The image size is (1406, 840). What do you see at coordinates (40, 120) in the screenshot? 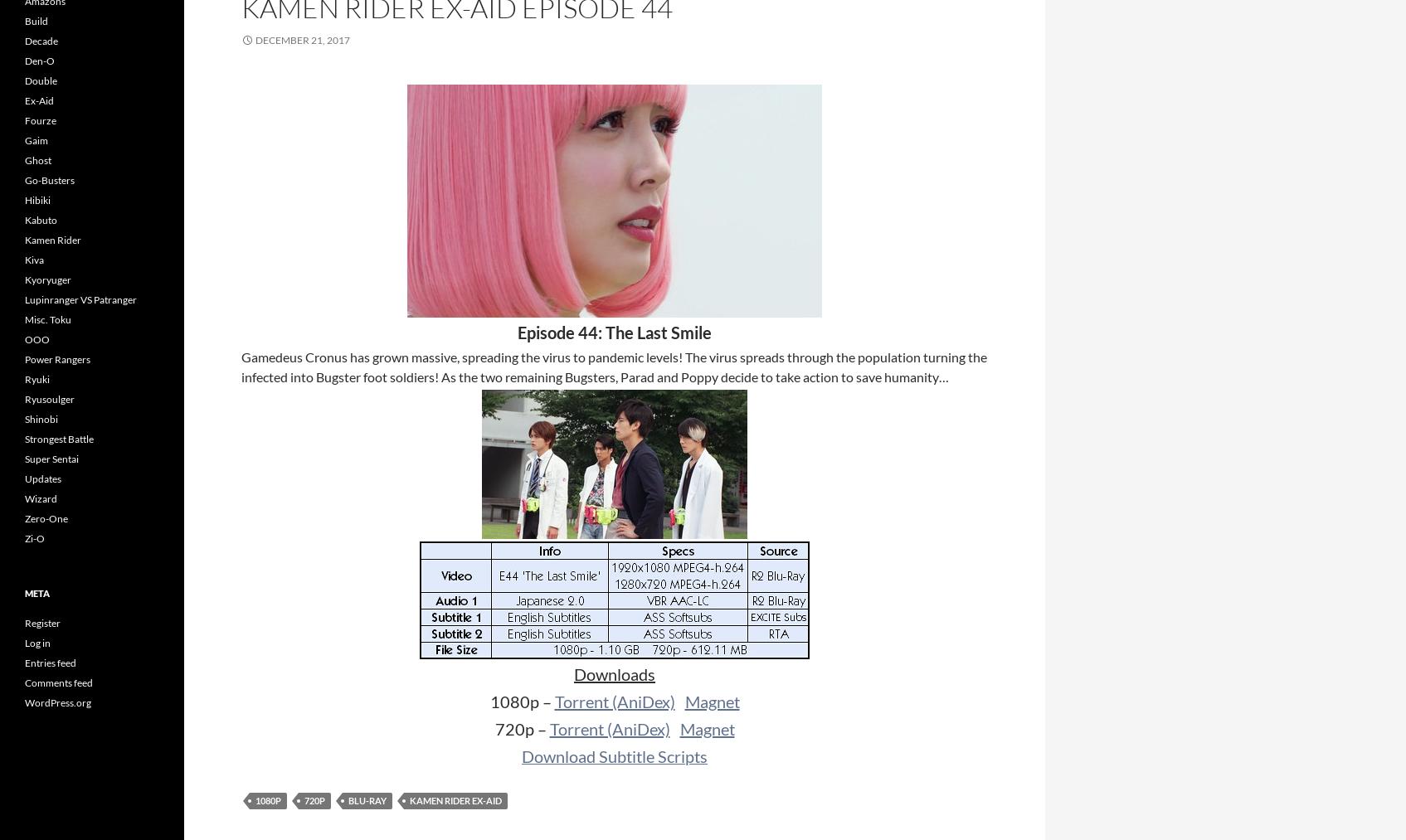
I see `'Fourze'` at bounding box center [40, 120].